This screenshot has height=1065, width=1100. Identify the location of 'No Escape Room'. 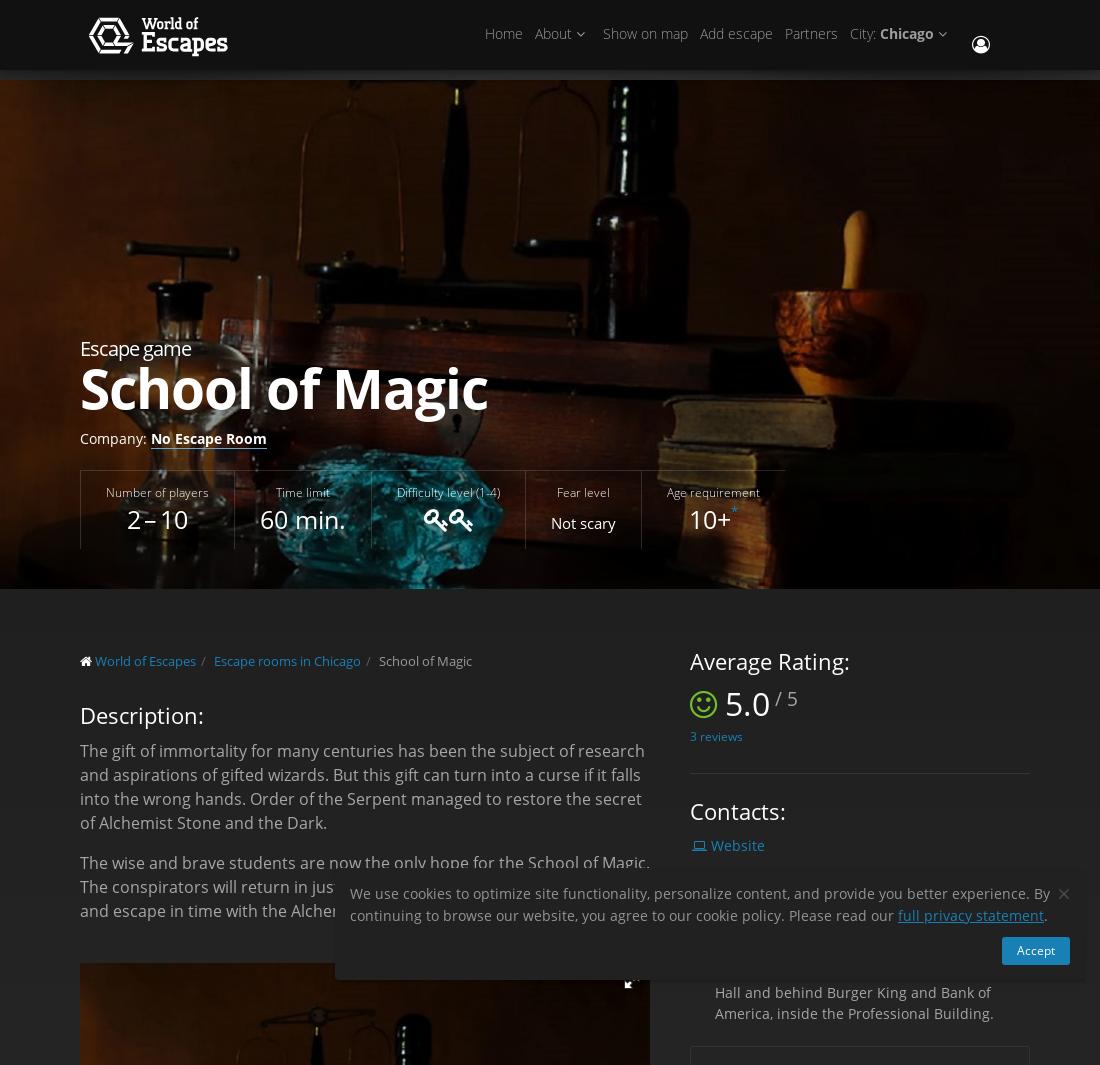
(209, 436).